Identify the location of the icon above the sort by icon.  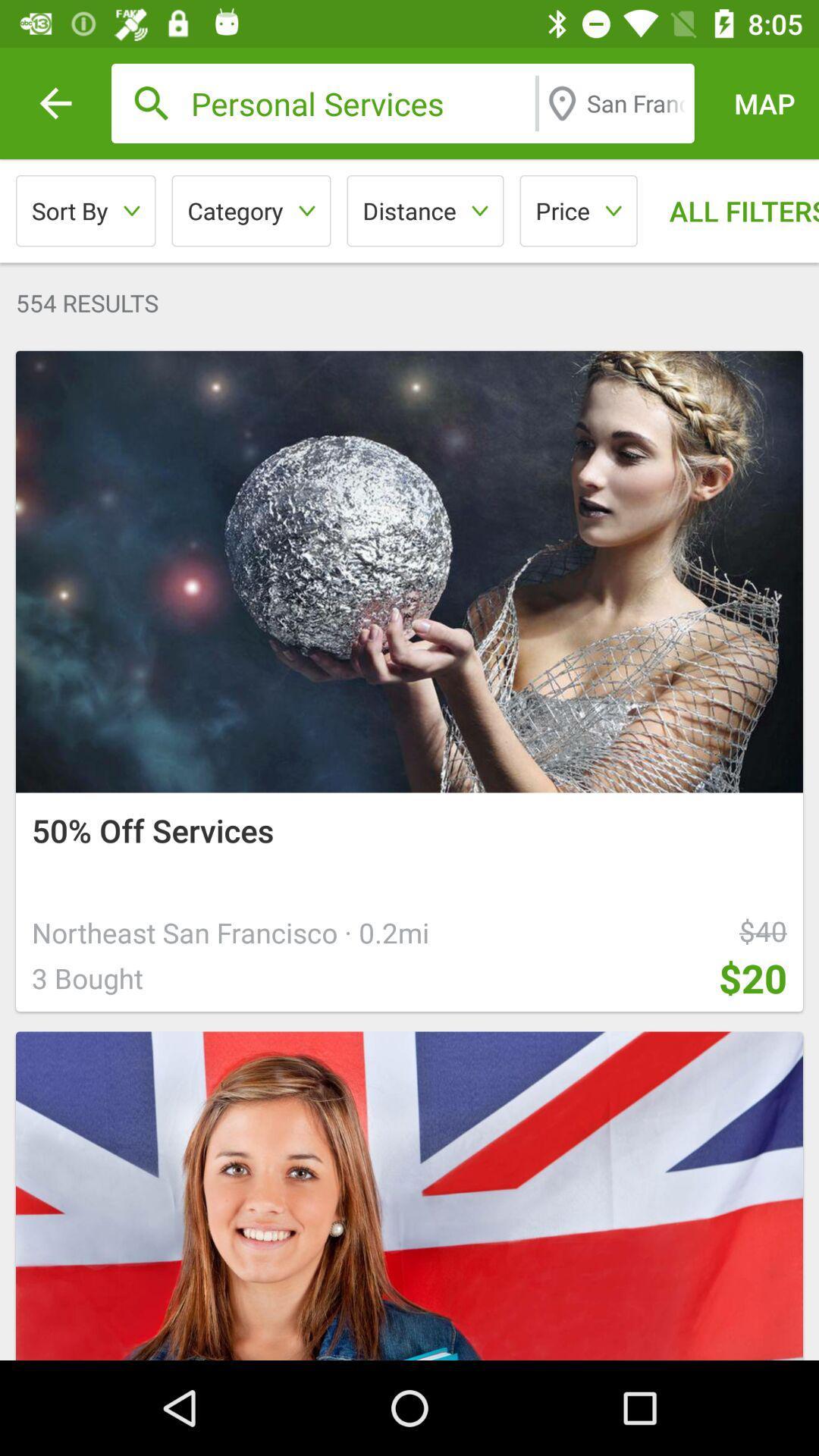
(55, 102).